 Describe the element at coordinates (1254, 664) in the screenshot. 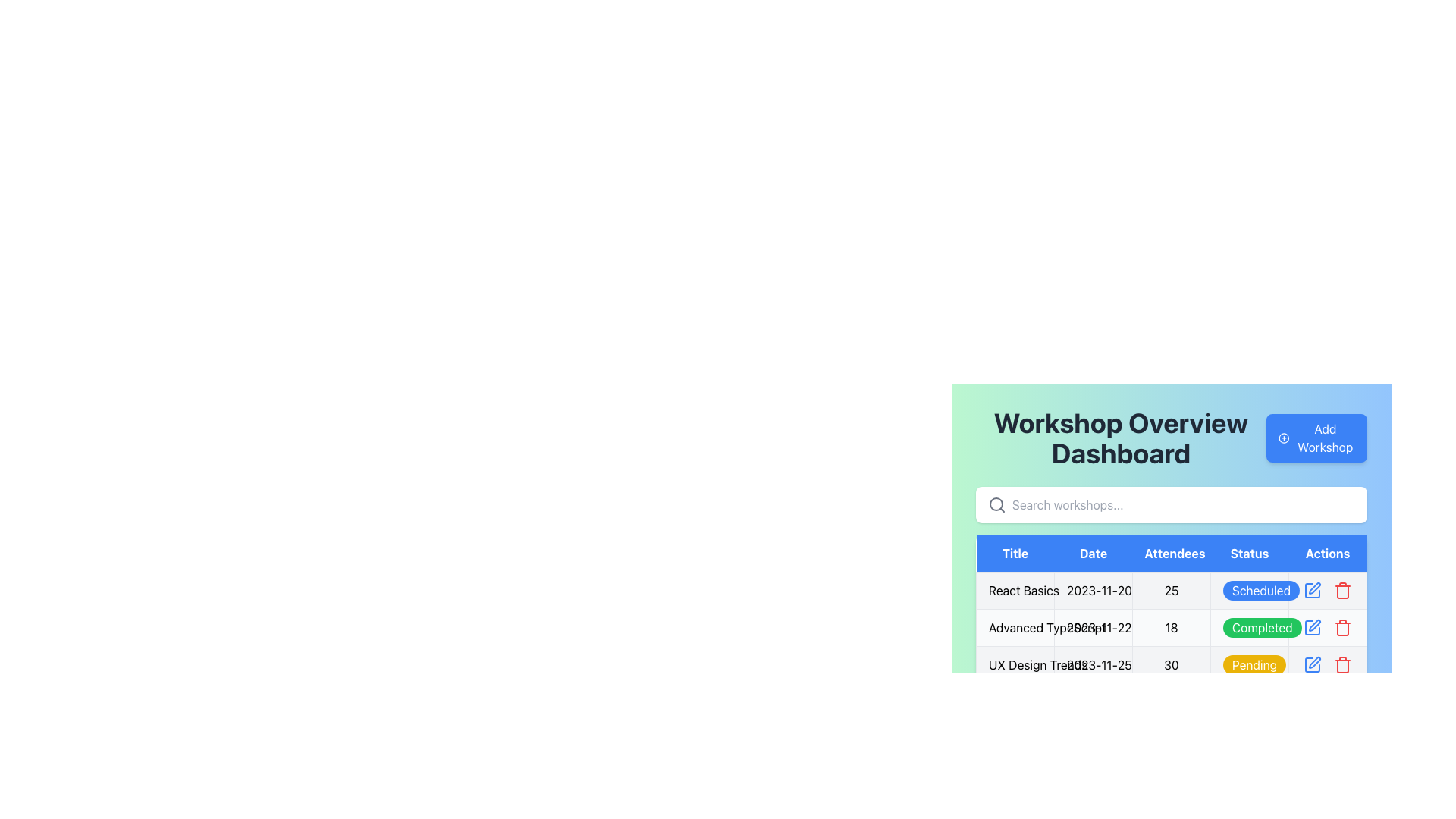

I see `the 'Pending' status label located in the 'Status' column of the last row in the workshop overview dashboard, associated with the 'UX Design Trends' workshop` at that location.